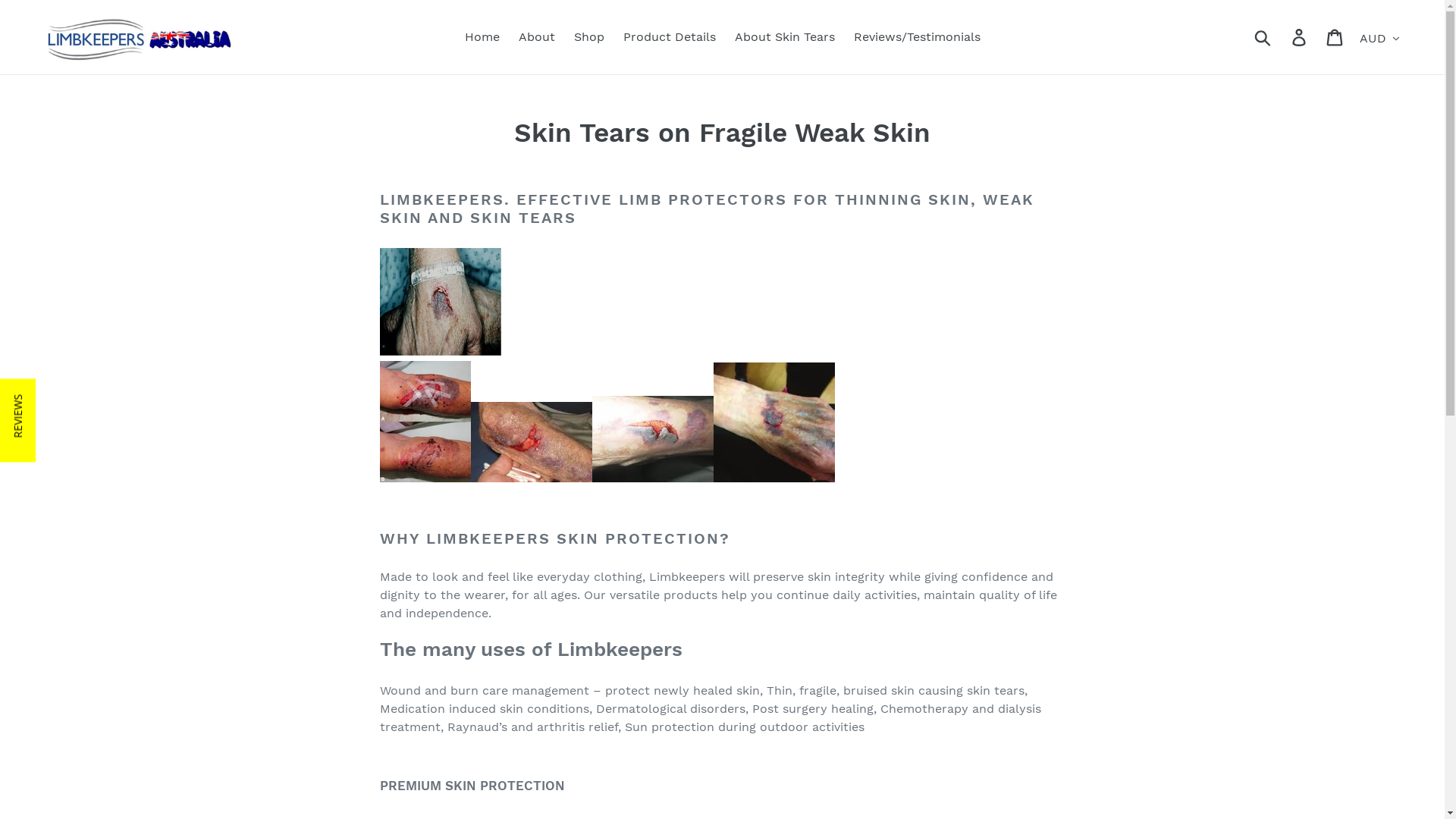  I want to click on 'Cart', so click(1335, 36).